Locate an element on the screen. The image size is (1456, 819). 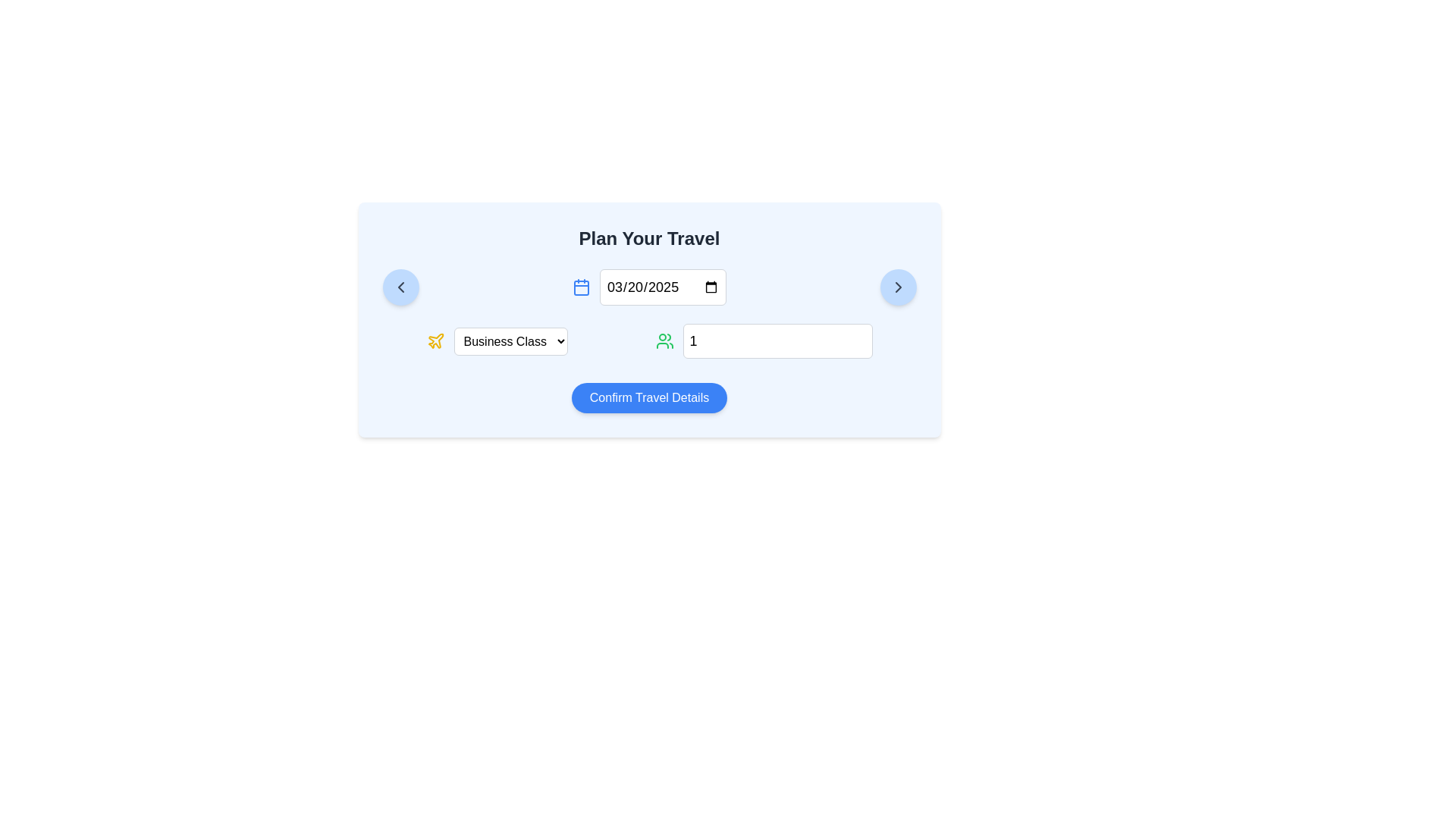
the confirmation button located at the bottom of the 'Plan Your Travel' section to confirm the selection of travel details is located at coordinates (649, 397).